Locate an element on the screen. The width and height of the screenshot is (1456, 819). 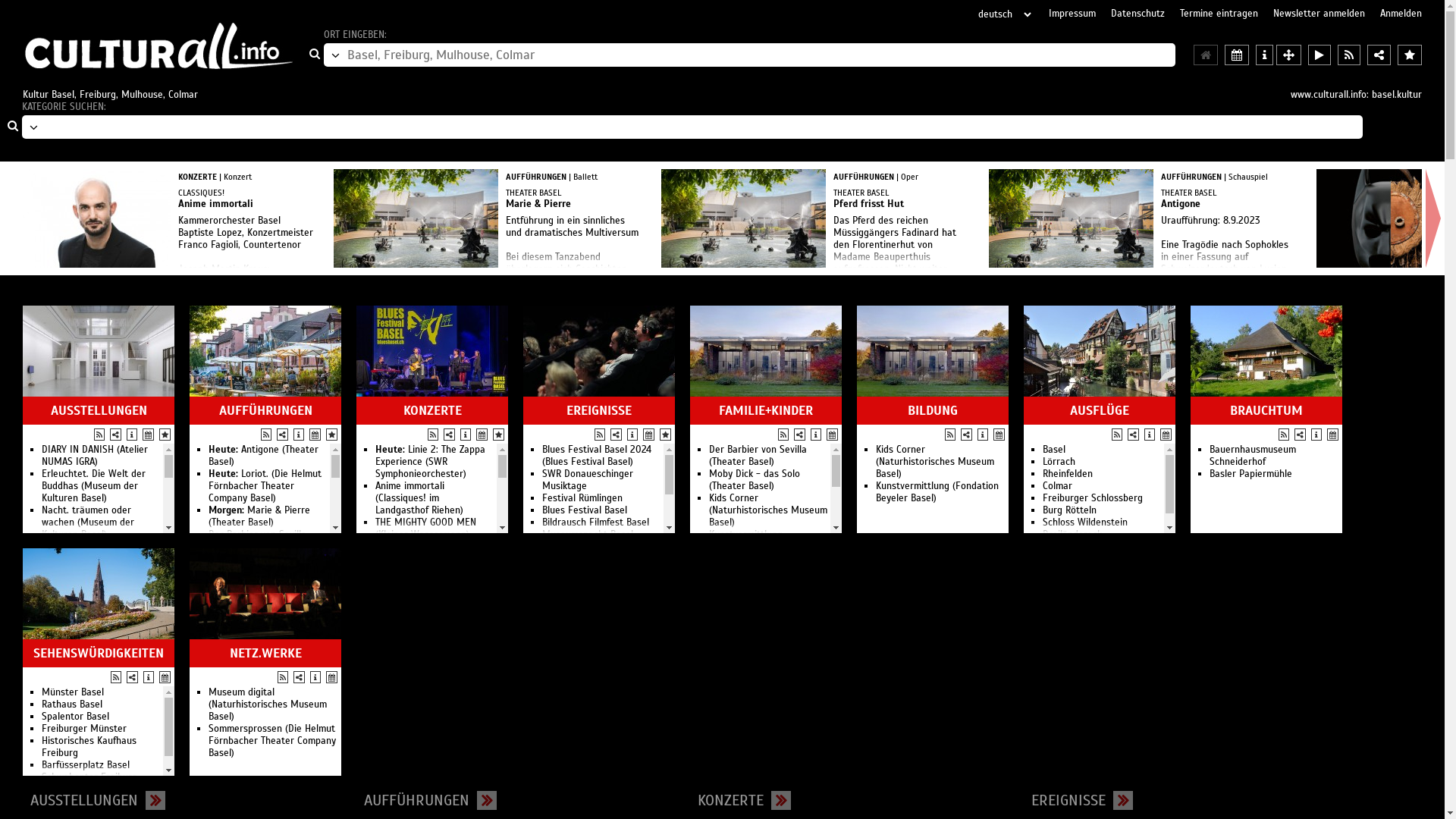
'Datenschutz' is located at coordinates (1137, 14).